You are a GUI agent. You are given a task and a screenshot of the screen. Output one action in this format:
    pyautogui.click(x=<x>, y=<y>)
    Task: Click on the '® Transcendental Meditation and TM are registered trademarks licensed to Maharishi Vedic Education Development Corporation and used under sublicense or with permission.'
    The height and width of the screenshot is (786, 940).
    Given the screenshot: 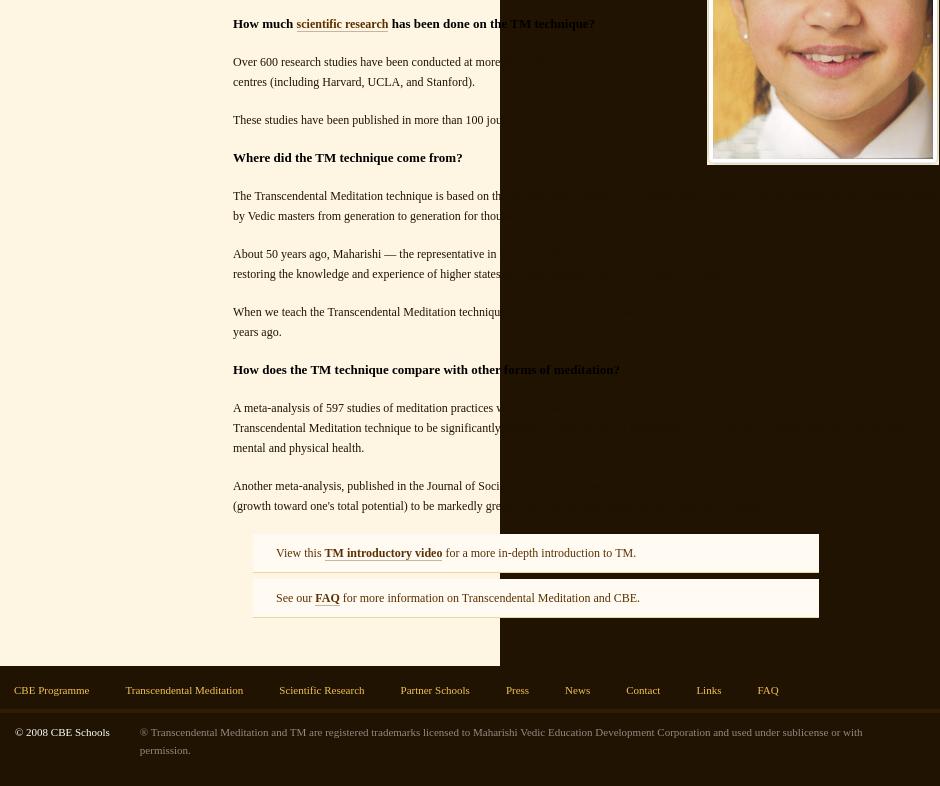 What is the action you would take?
    pyautogui.click(x=500, y=740)
    